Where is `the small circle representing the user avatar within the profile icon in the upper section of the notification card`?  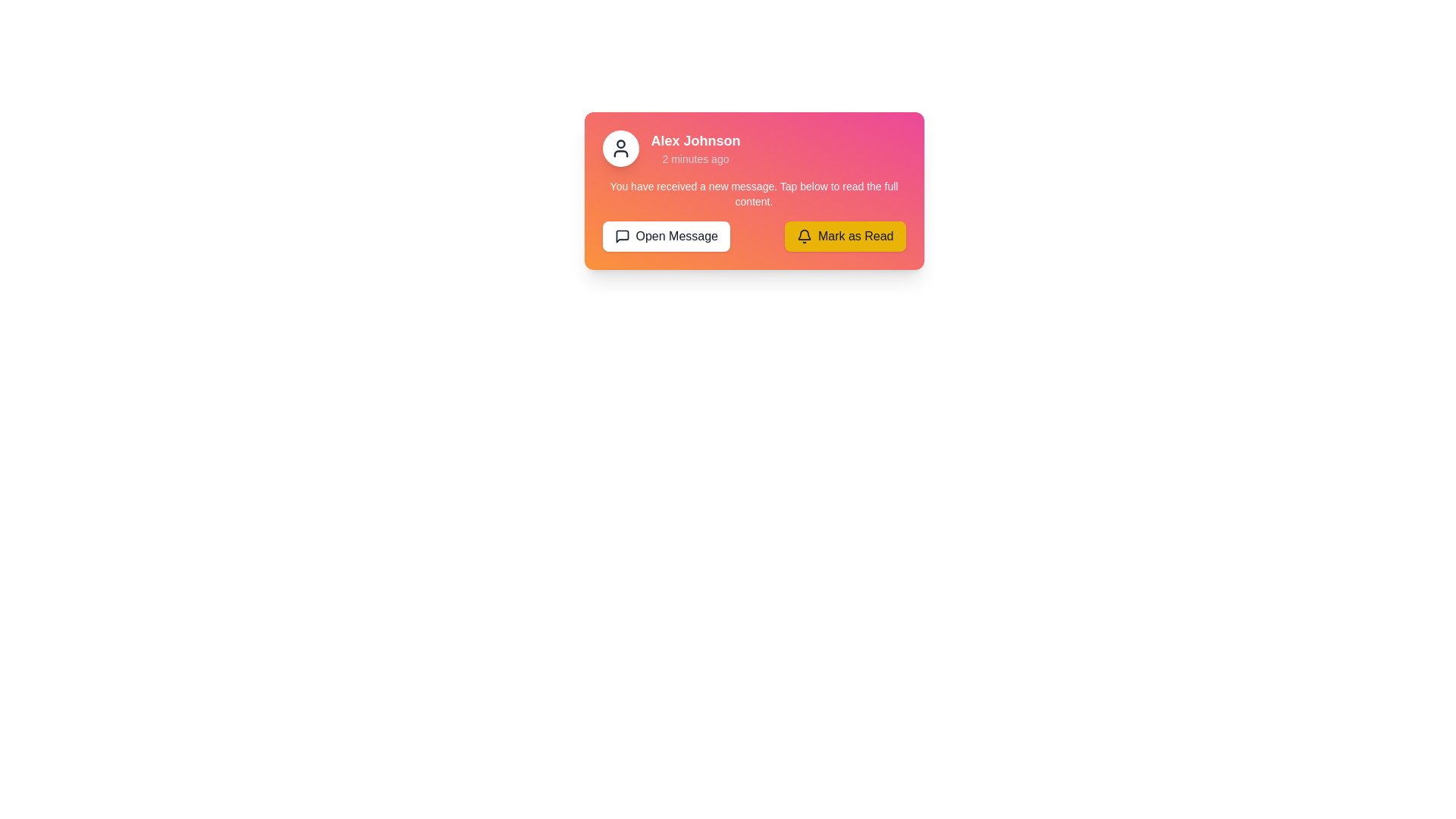
the small circle representing the user avatar within the profile icon in the upper section of the notification card is located at coordinates (620, 144).